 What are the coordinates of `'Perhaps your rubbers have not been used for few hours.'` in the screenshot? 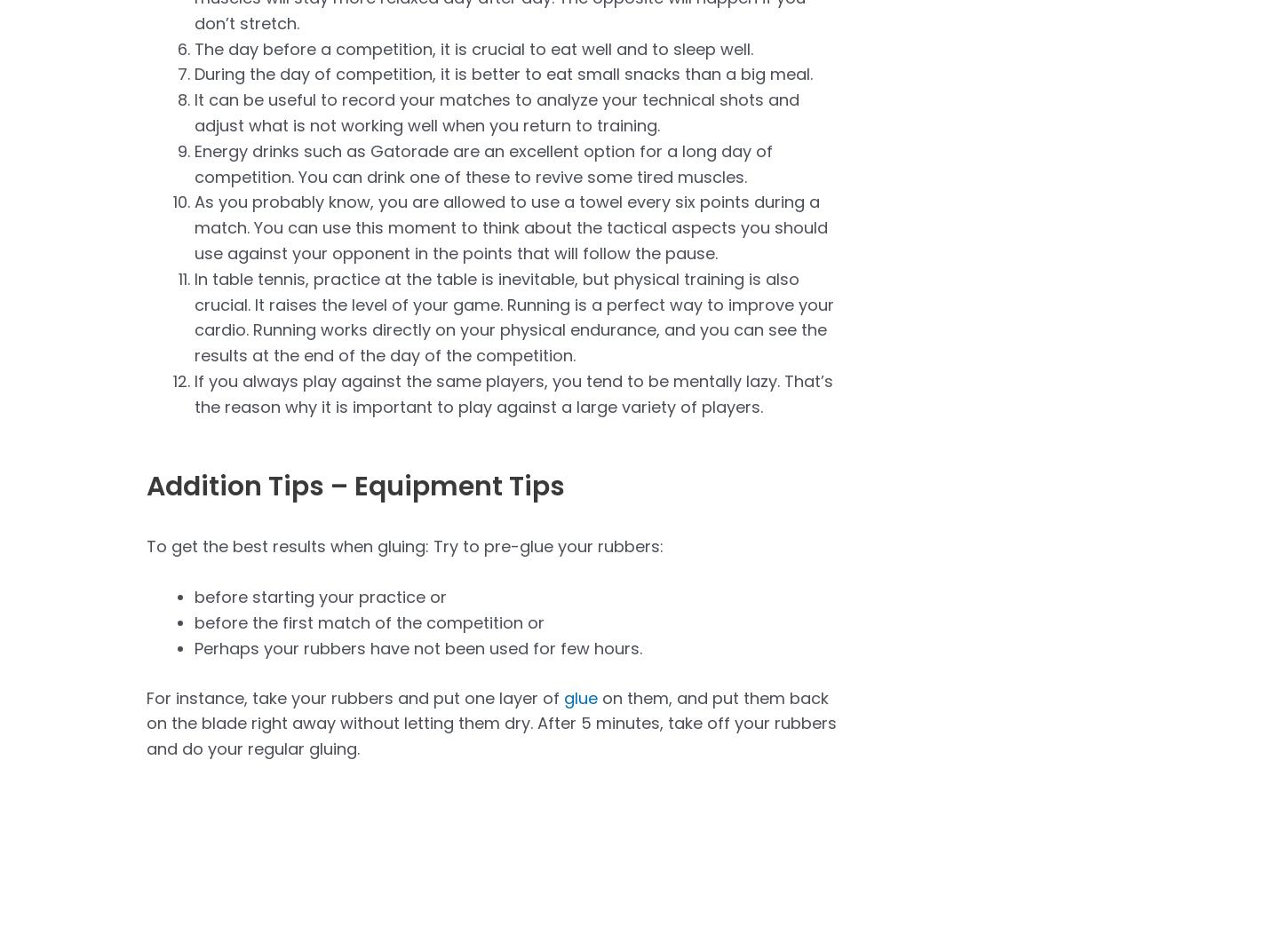 It's located at (417, 647).